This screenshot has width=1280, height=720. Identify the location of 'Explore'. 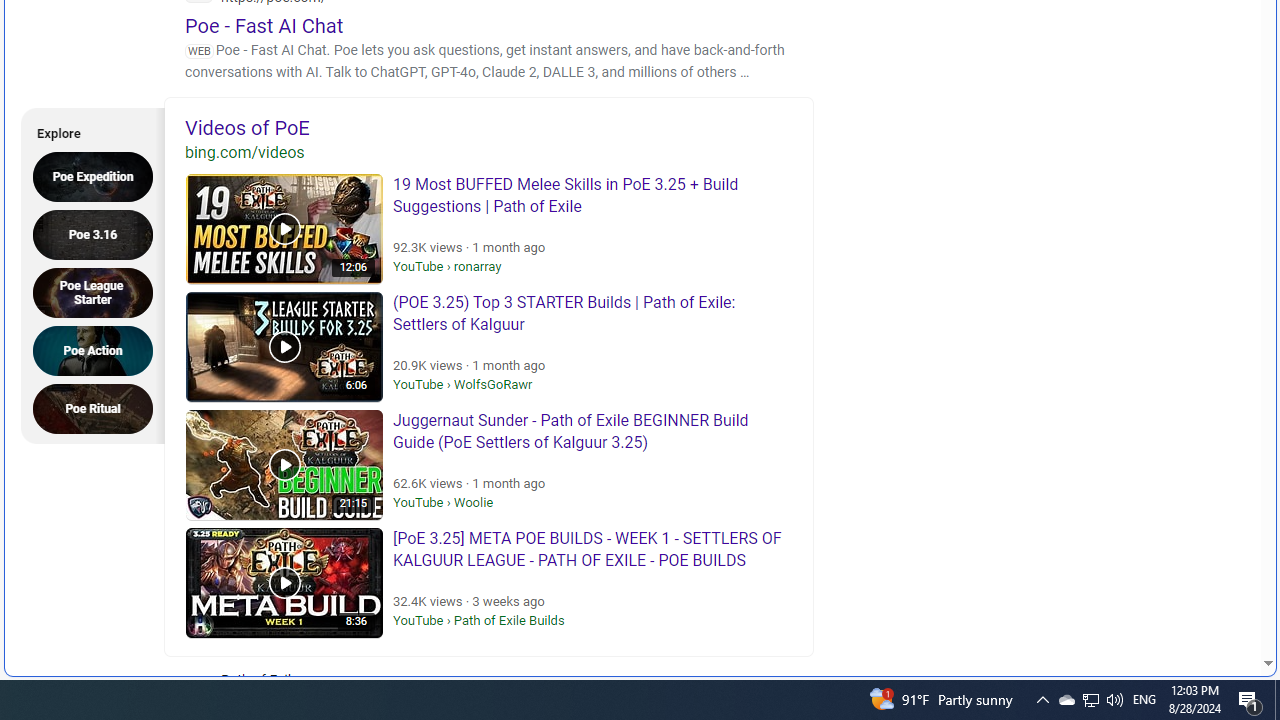
(86, 130).